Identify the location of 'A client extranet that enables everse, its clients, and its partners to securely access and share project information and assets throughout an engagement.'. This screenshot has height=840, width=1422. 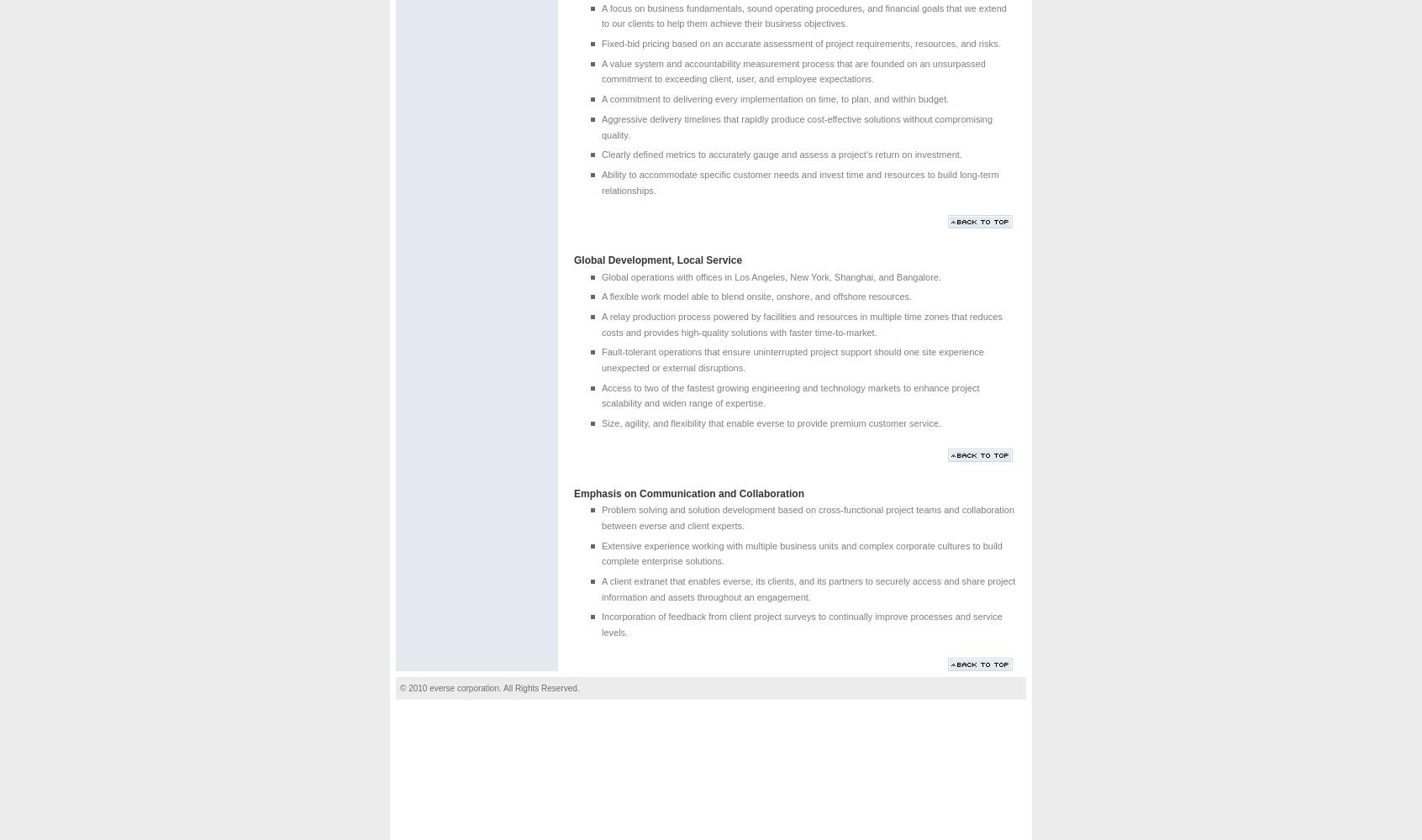
(808, 587).